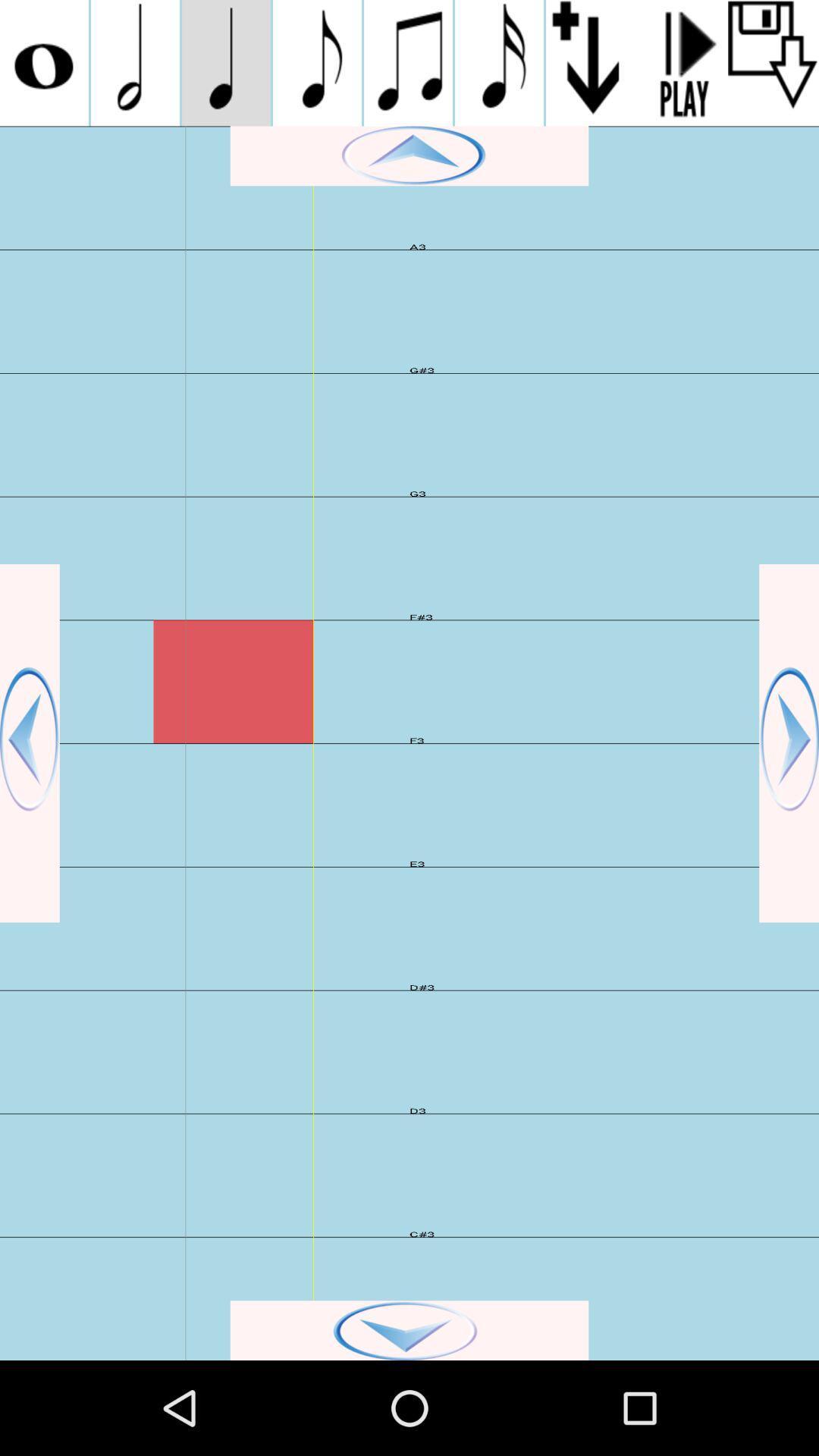  Describe the element at coordinates (407, 62) in the screenshot. I see `musical note` at that location.